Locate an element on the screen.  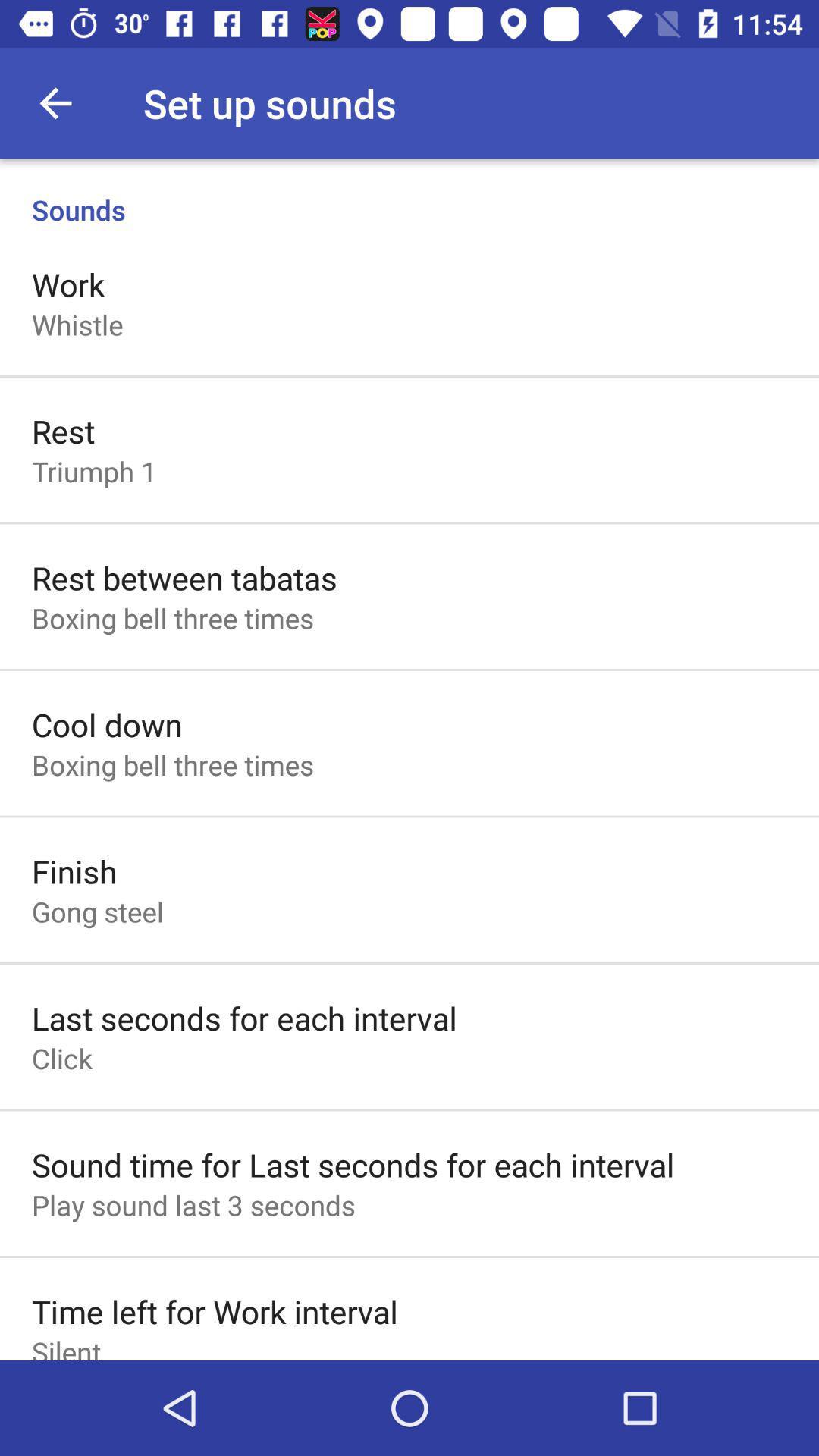
the item below finish icon is located at coordinates (97, 911).